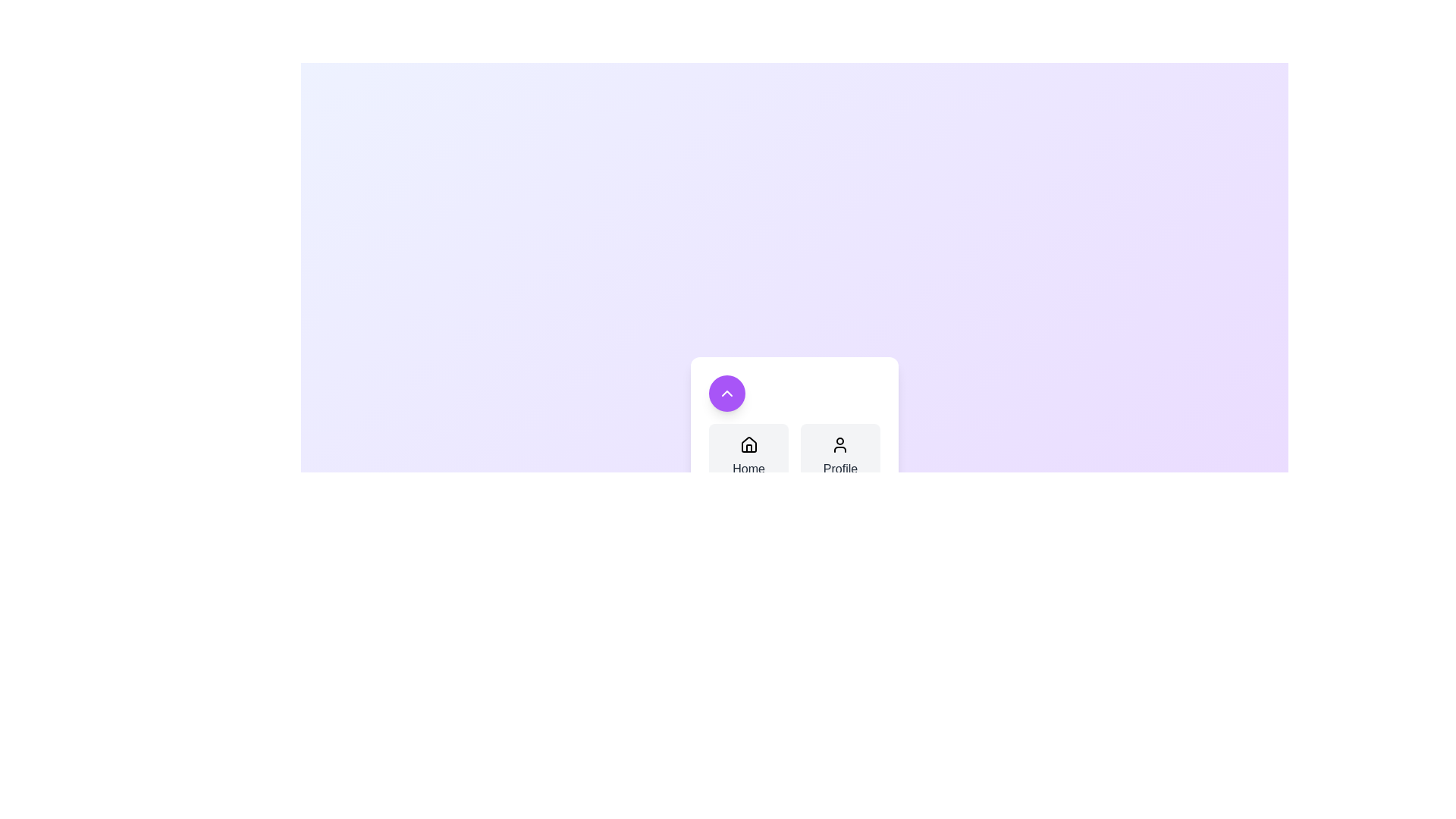  Describe the element at coordinates (748, 456) in the screenshot. I see `the button labeled Home to observe its hover effect` at that location.